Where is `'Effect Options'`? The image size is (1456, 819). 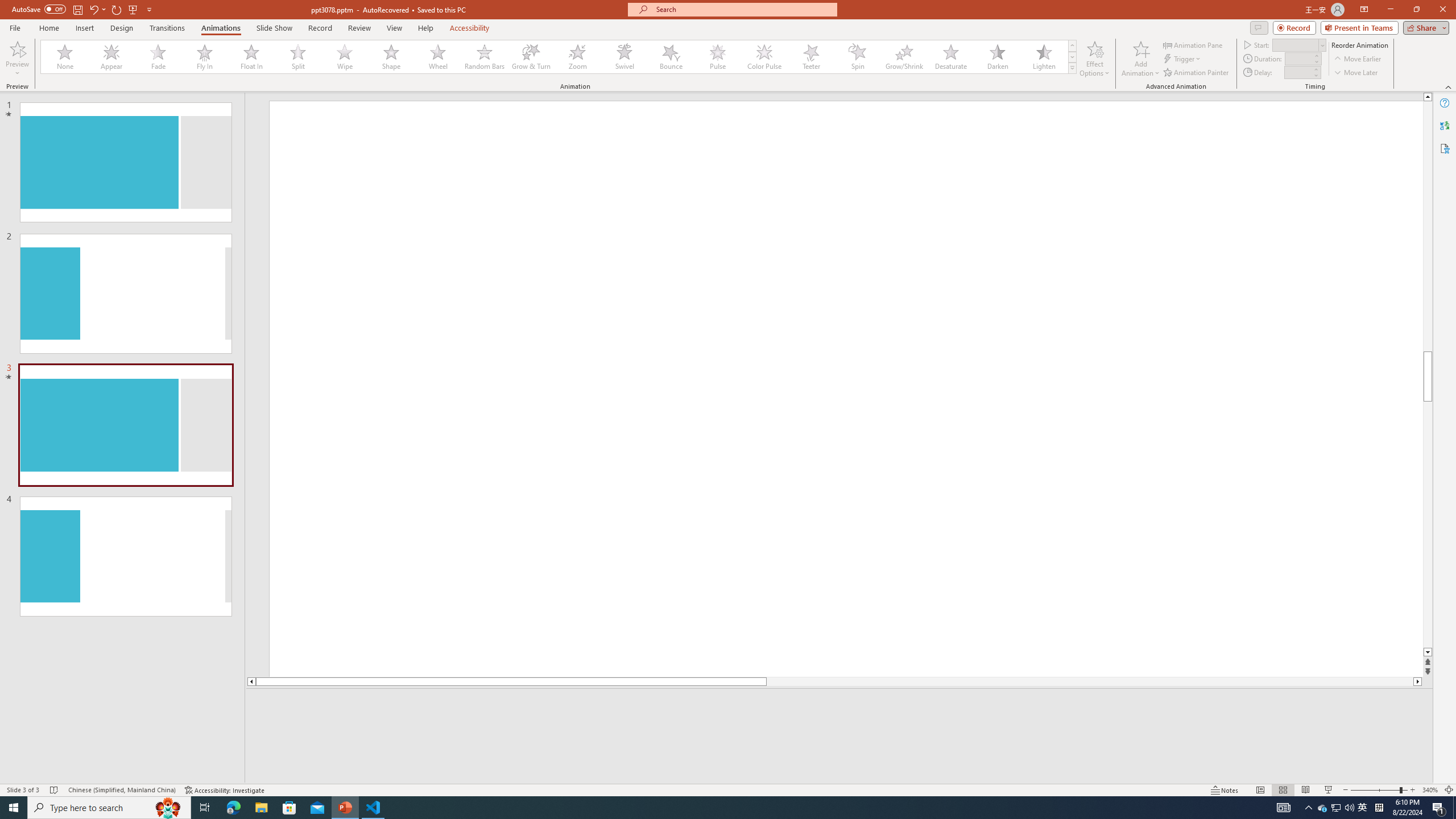
'Effect Options' is located at coordinates (1094, 59).